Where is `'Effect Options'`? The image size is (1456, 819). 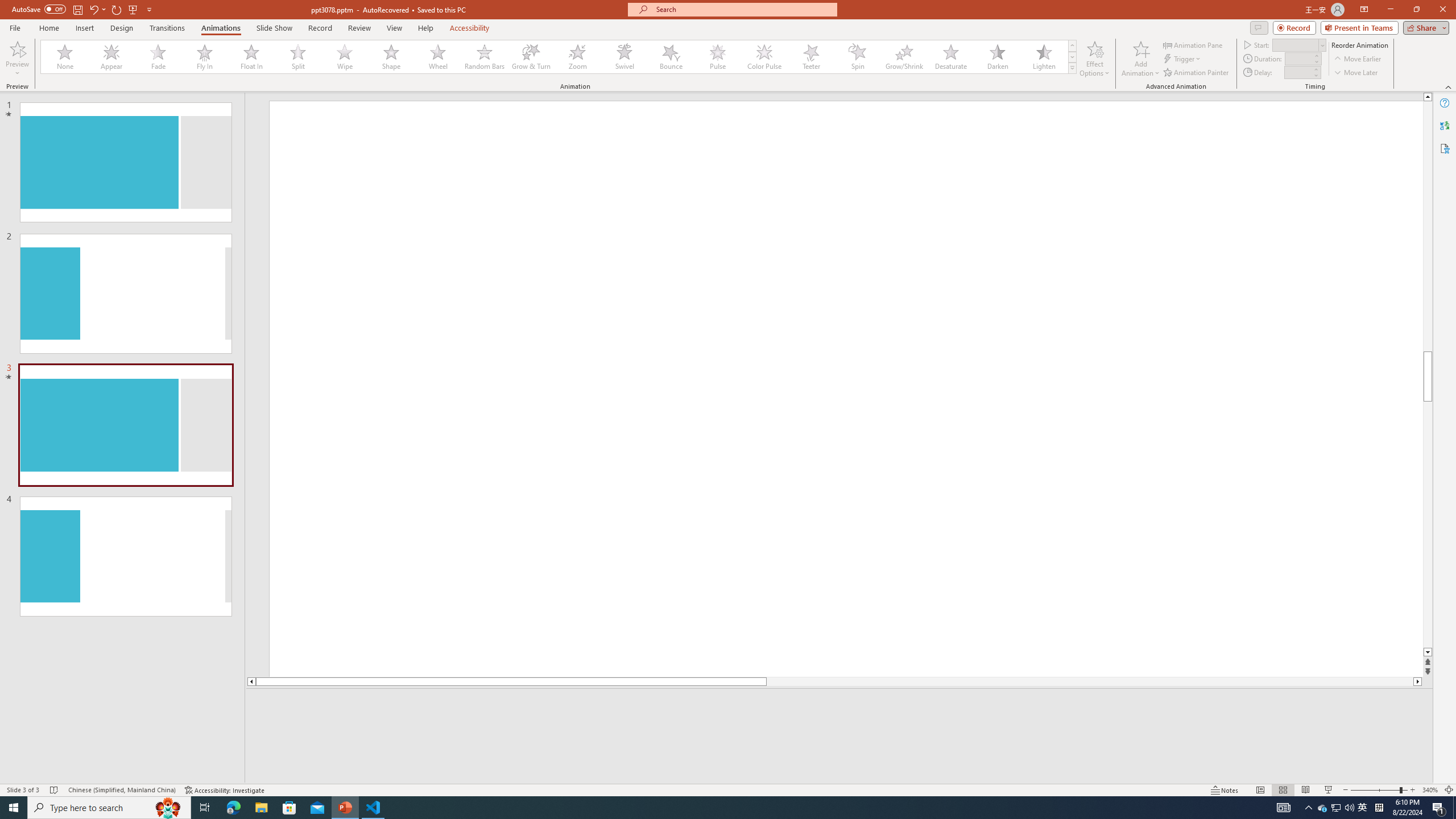
'Effect Options' is located at coordinates (1094, 59).